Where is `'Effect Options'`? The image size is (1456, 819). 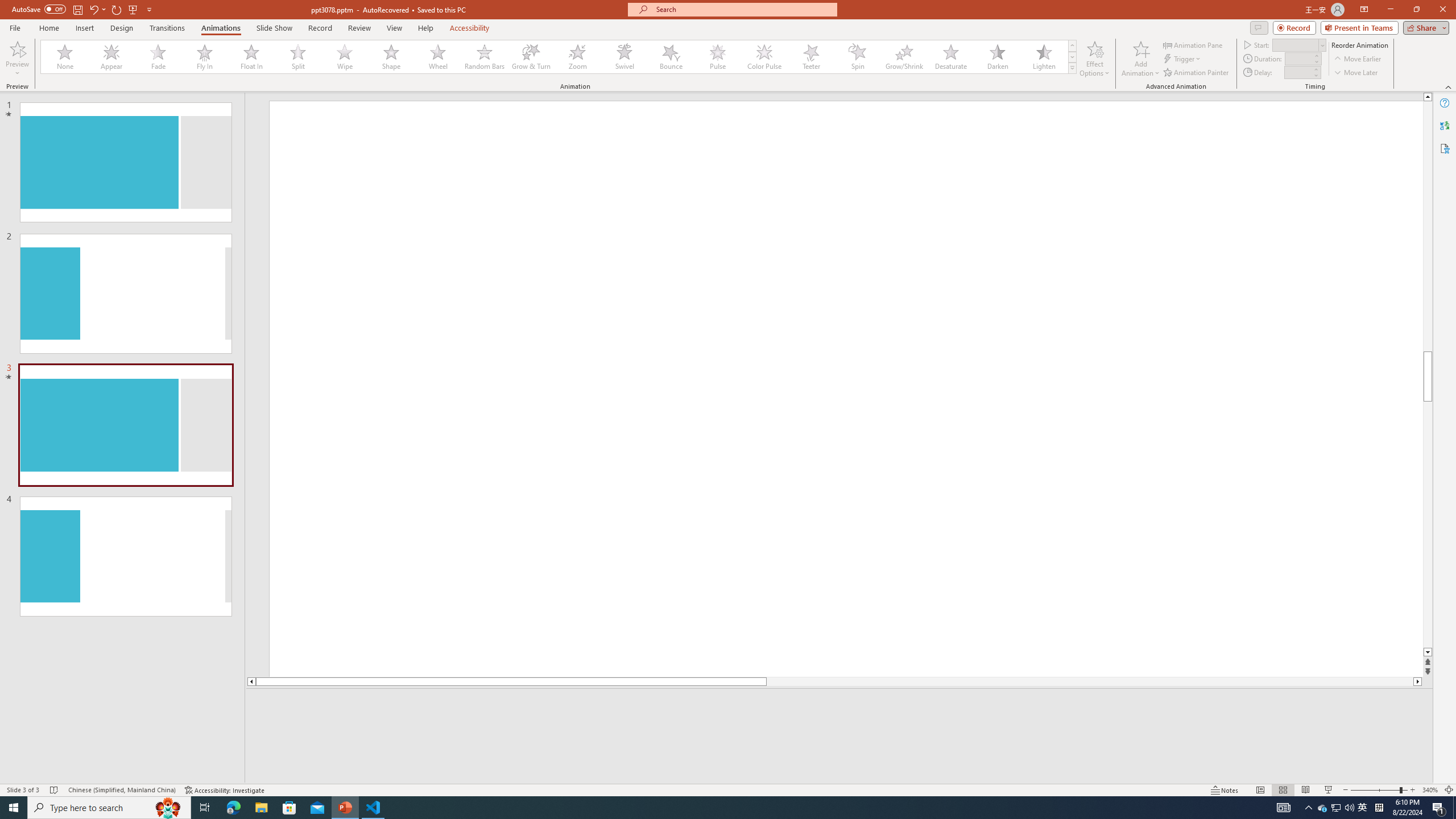
'Effect Options' is located at coordinates (1094, 59).